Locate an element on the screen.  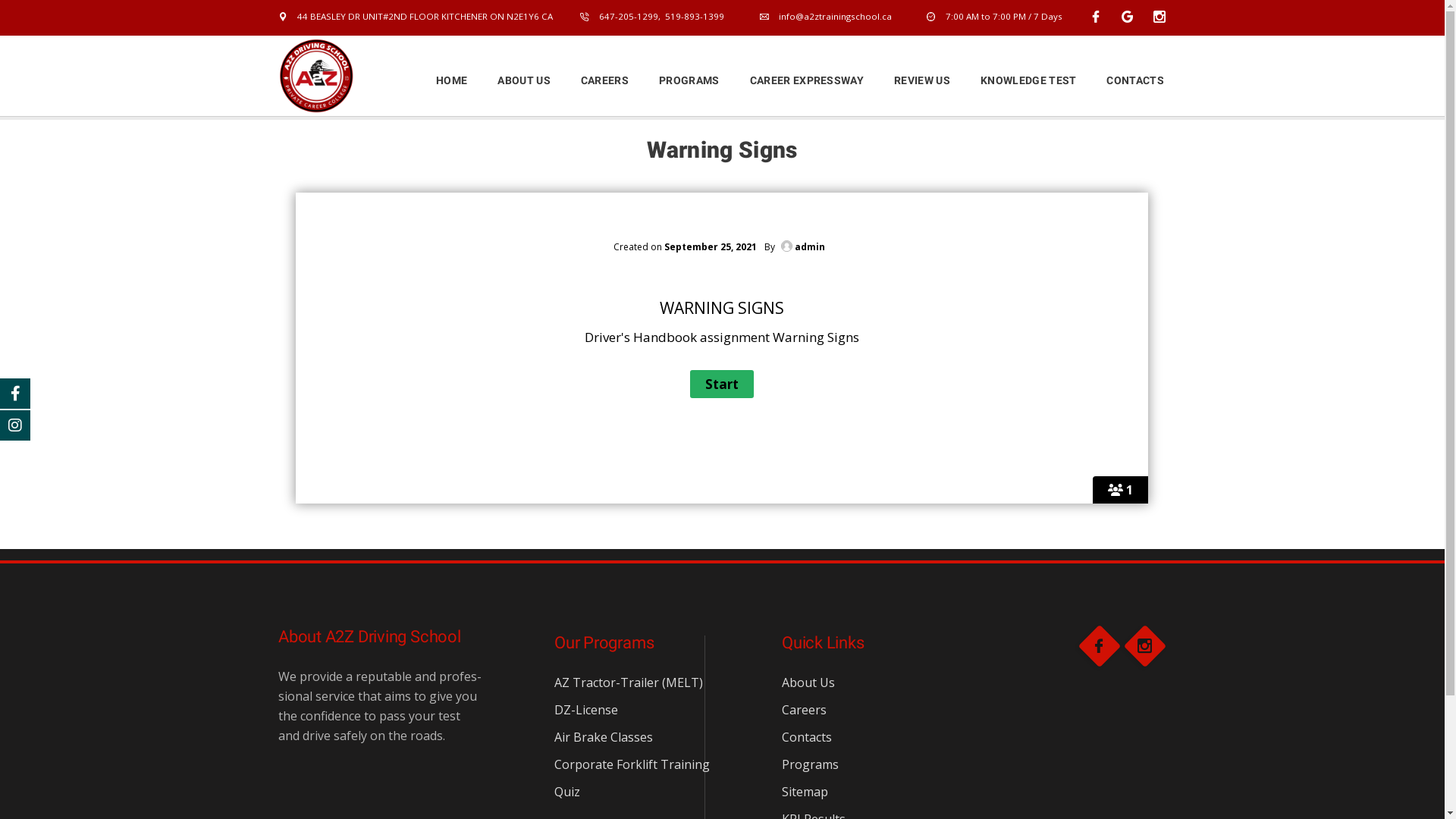
'ABOUT US' is located at coordinates (481, 80).